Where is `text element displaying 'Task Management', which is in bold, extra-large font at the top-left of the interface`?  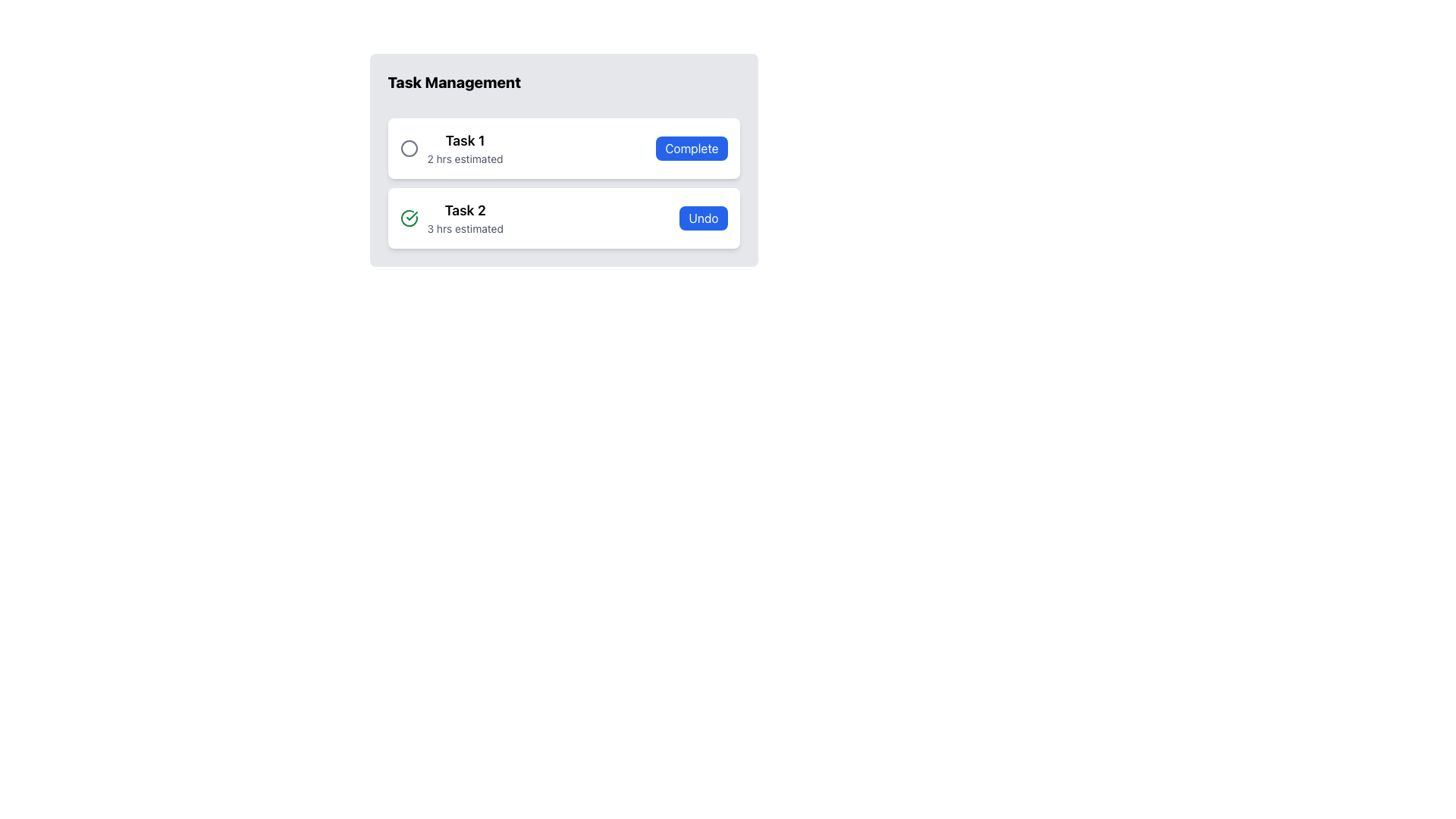
text element displaying 'Task Management', which is in bold, extra-large font at the top-left of the interface is located at coordinates (453, 82).